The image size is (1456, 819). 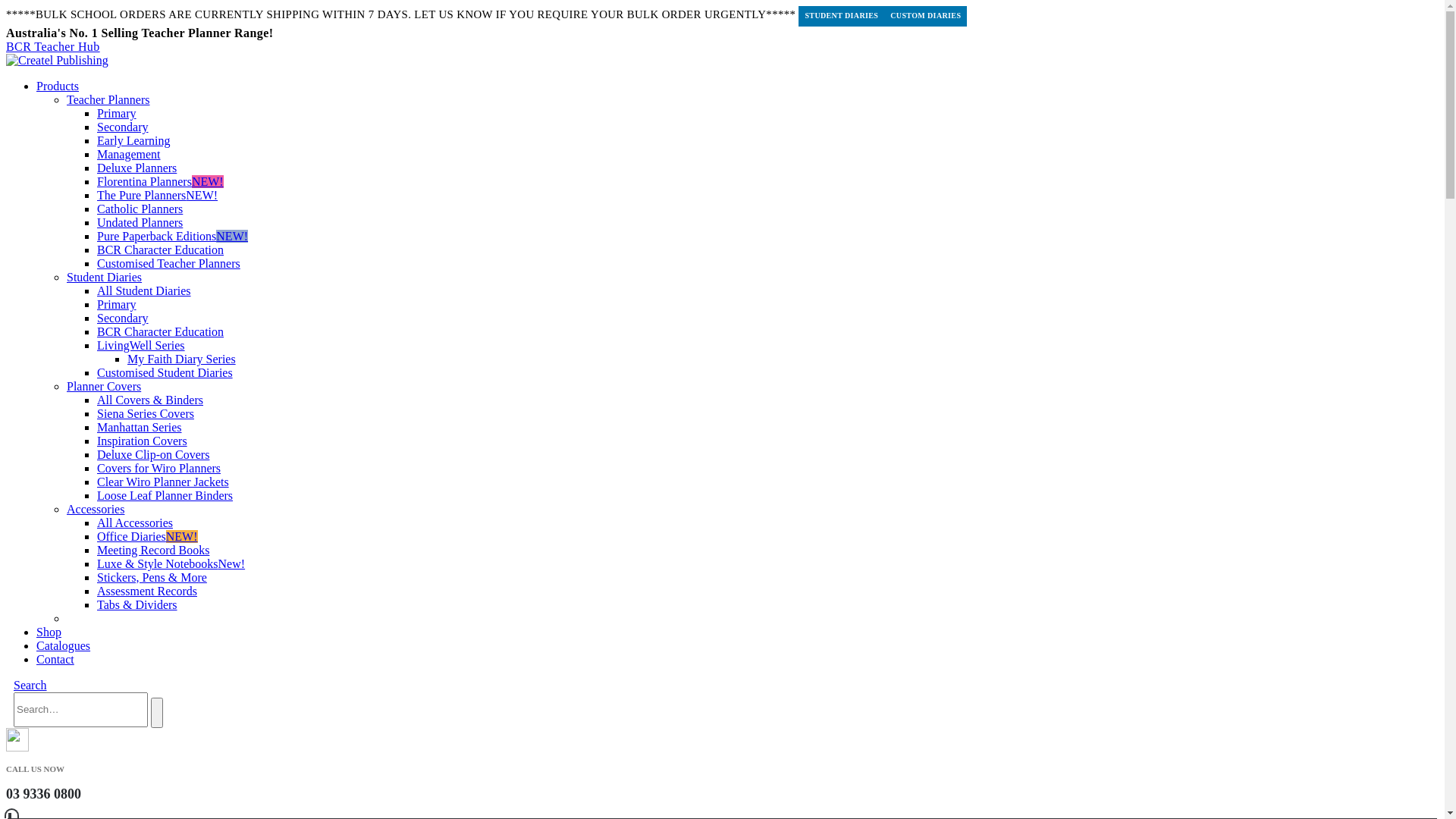 What do you see at coordinates (160, 249) in the screenshot?
I see `'BCR Character Education'` at bounding box center [160, 249].